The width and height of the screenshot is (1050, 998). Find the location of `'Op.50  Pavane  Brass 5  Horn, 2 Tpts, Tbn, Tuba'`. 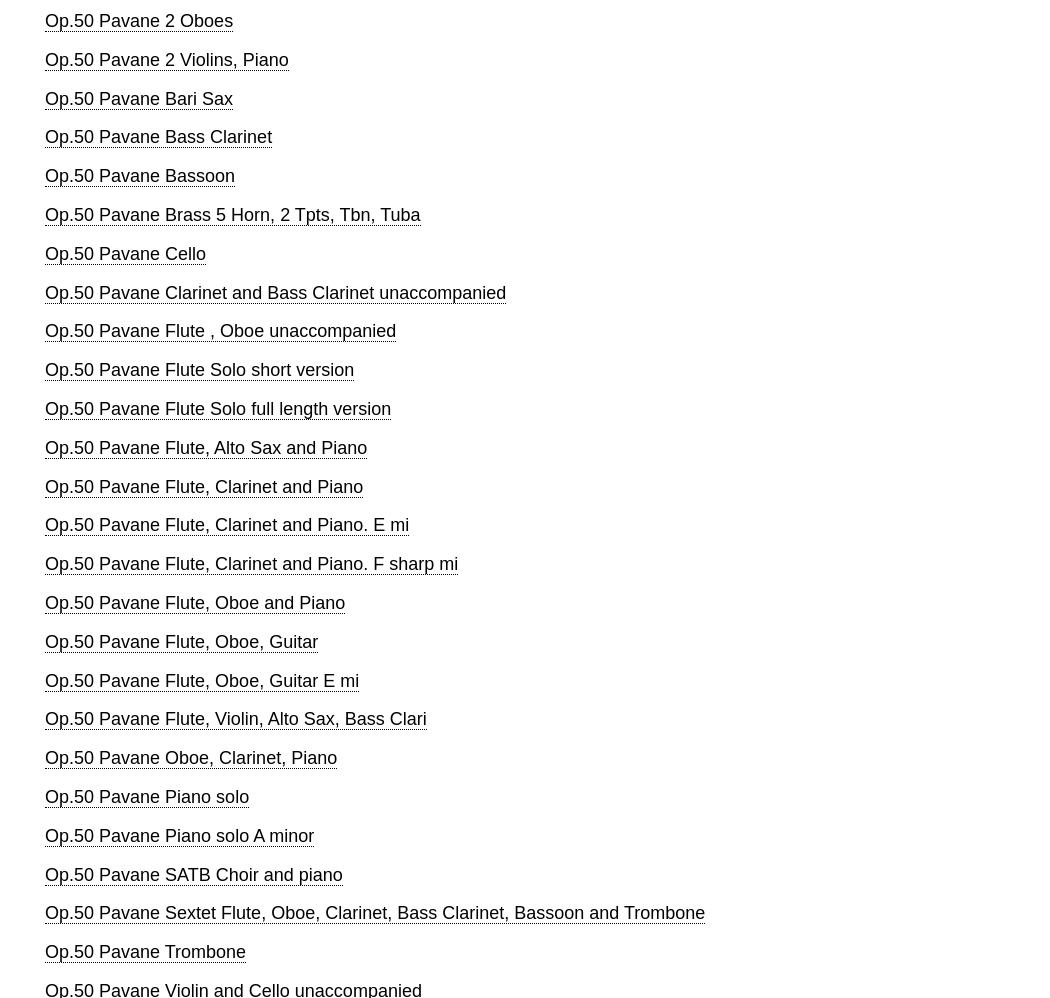

'Op.50  Pavane  Brass 5  Horn, 2 Tpts, Tbn, Tuba' is located at coordinates (44, 214).